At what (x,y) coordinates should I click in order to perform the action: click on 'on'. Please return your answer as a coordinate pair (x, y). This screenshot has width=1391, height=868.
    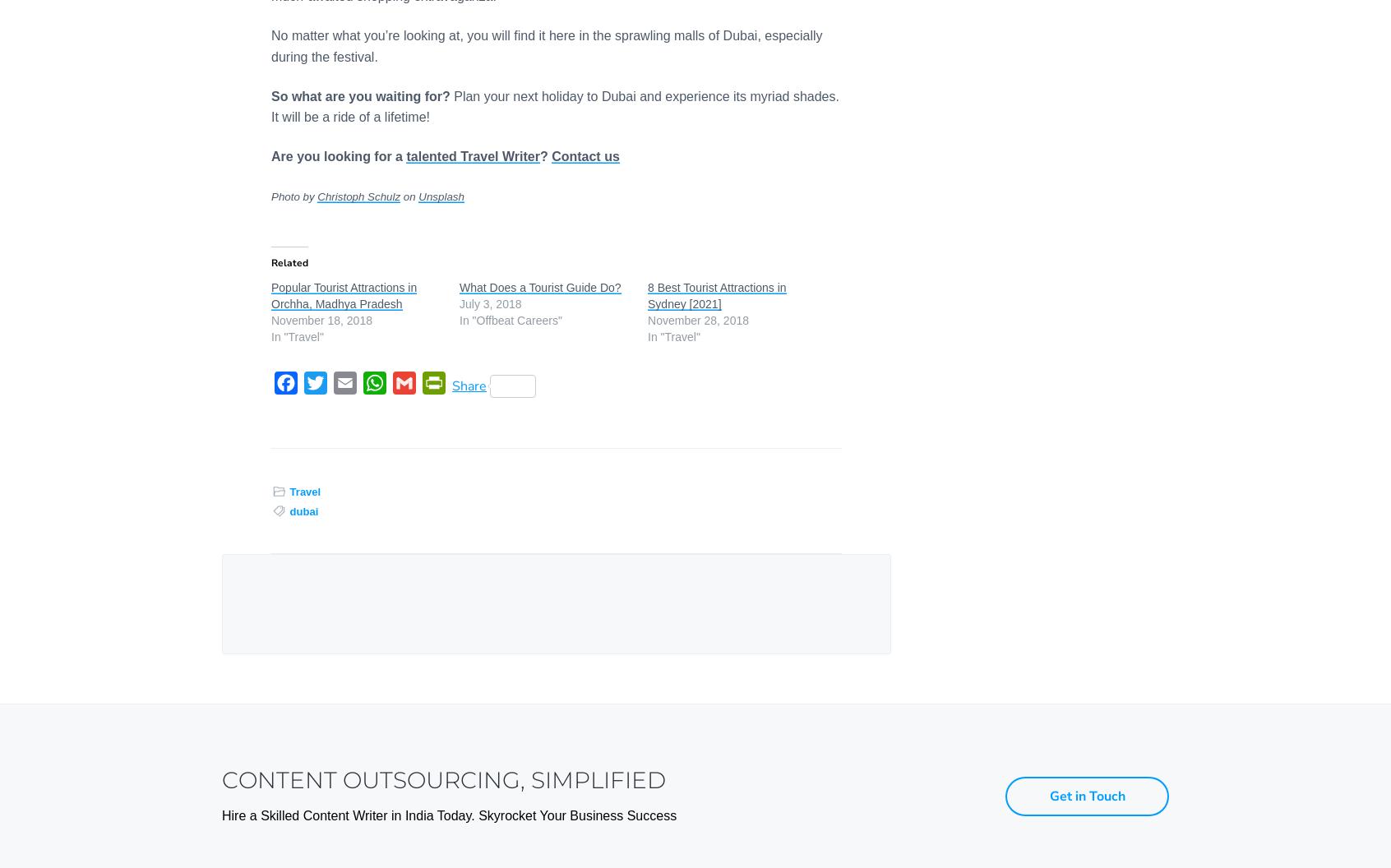
    Looking at the image, I should click on (409, 196).